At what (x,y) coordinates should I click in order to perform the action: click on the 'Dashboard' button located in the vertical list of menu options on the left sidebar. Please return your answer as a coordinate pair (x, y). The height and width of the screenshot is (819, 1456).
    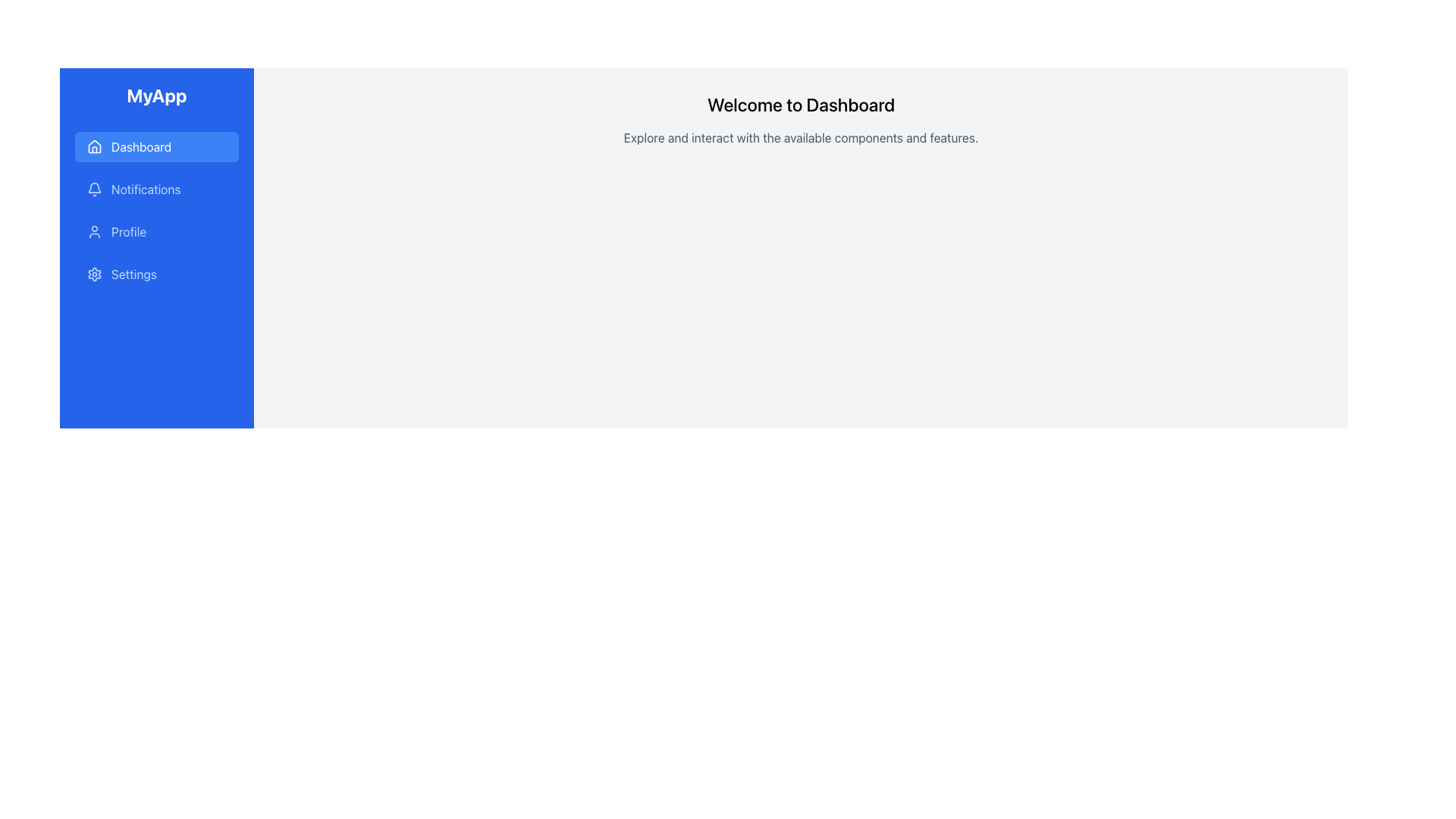
    Looking at the image, I should click on (156, 146).